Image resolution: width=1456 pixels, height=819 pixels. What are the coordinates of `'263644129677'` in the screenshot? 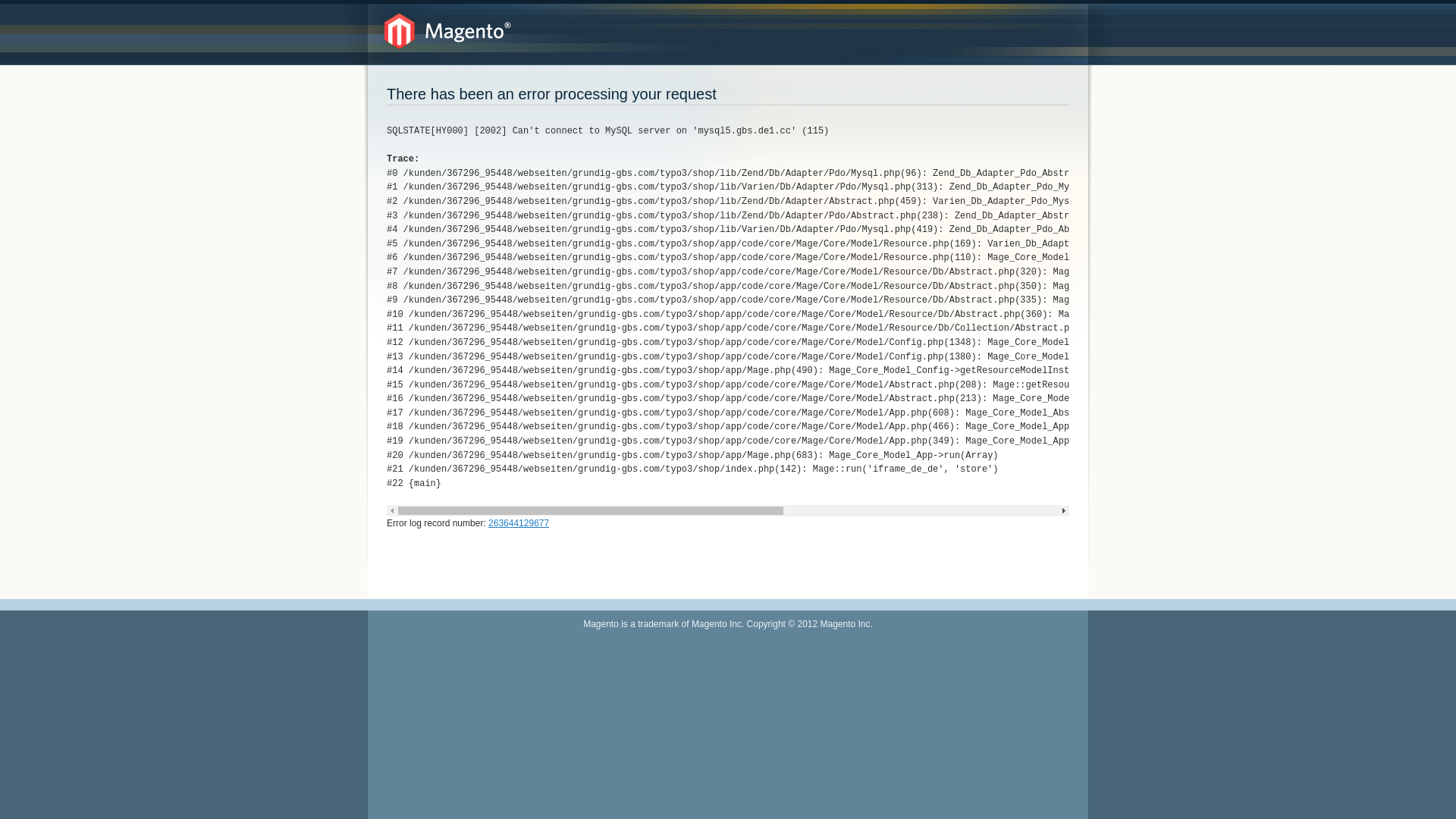 It's located at (518, 522).